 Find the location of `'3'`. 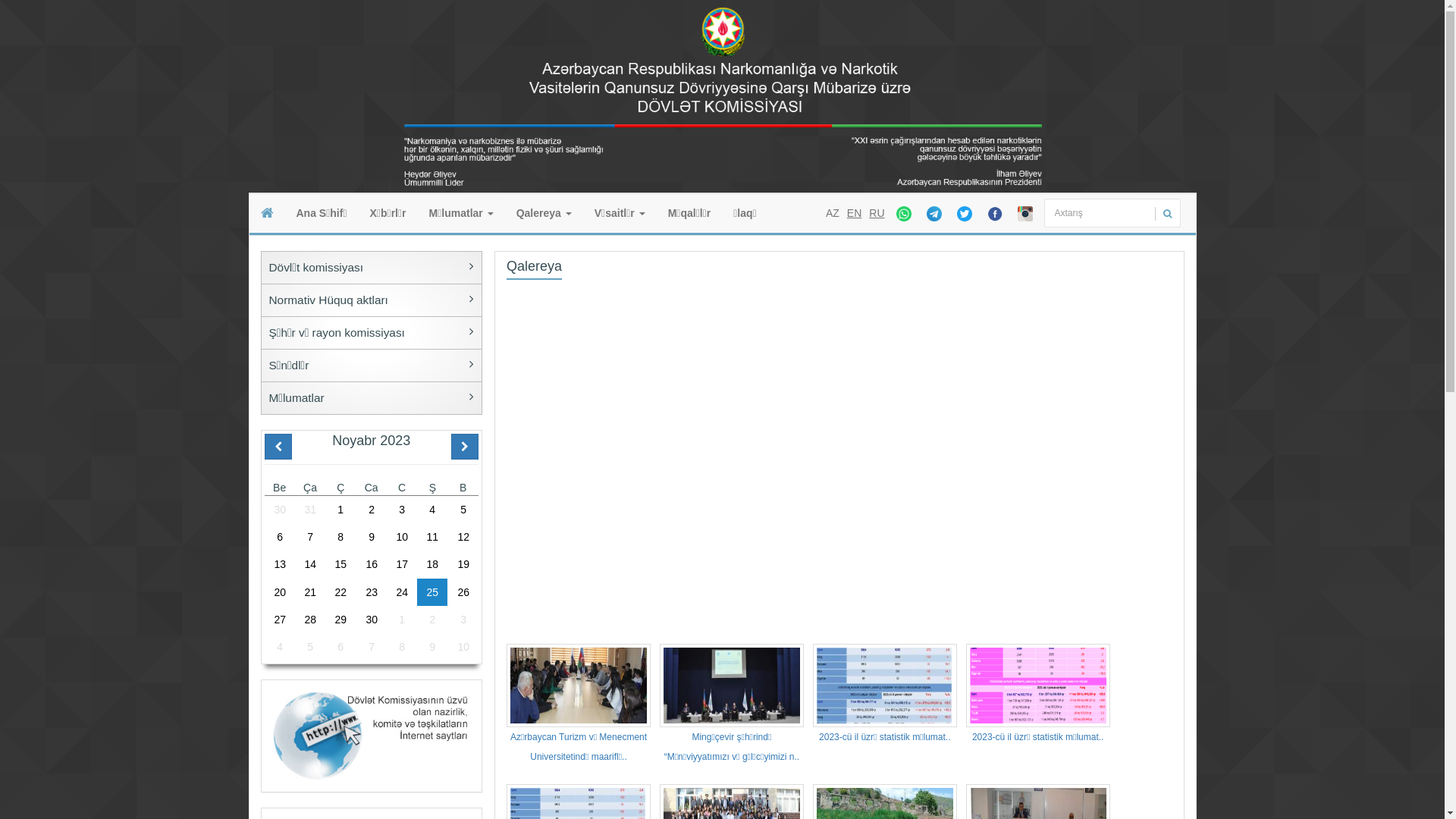

'3' is located at coordinates (386, 509).